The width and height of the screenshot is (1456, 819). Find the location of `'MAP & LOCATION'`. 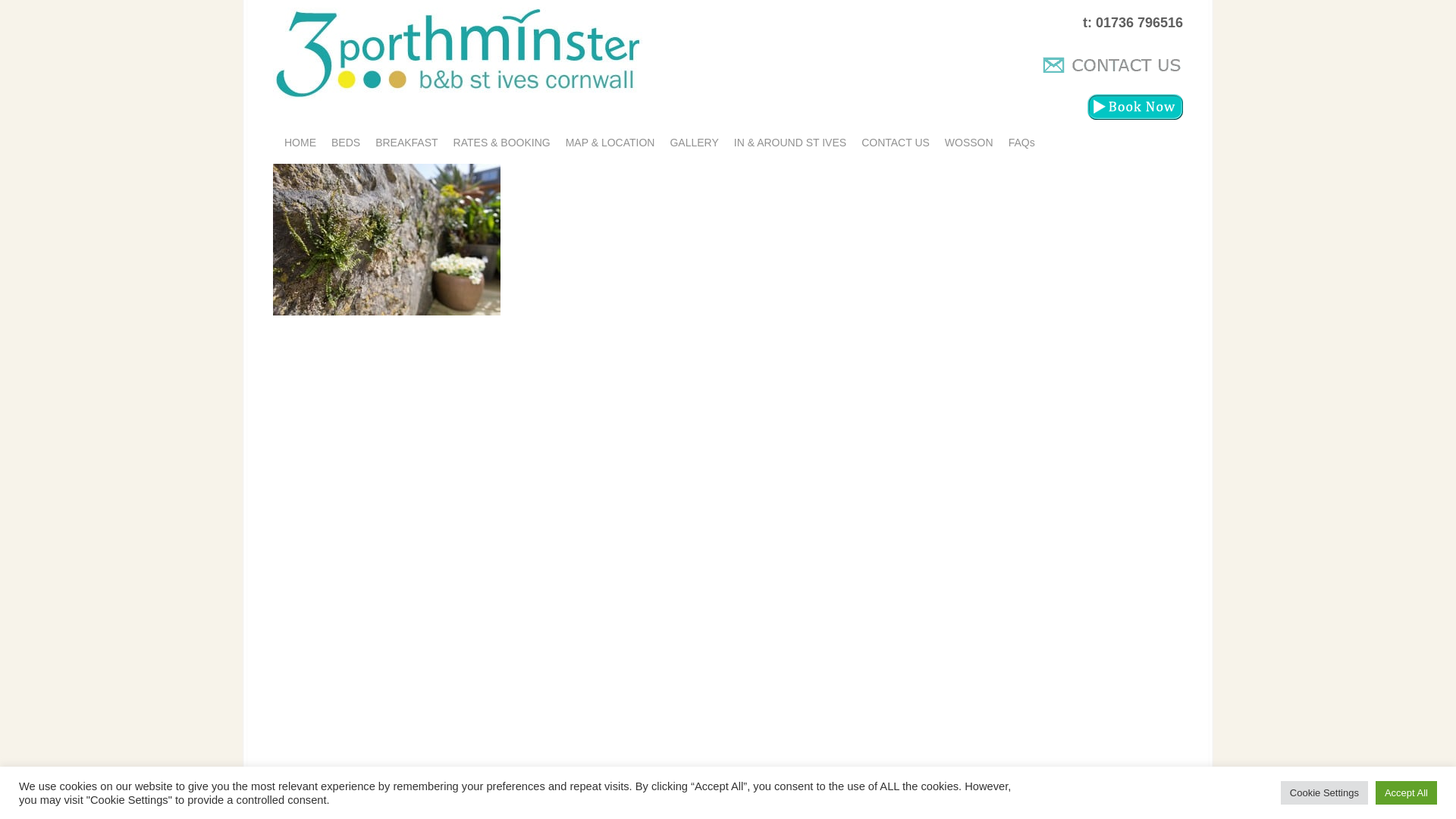

'MAP & LOCATION' is located at coordinates (610, 143).